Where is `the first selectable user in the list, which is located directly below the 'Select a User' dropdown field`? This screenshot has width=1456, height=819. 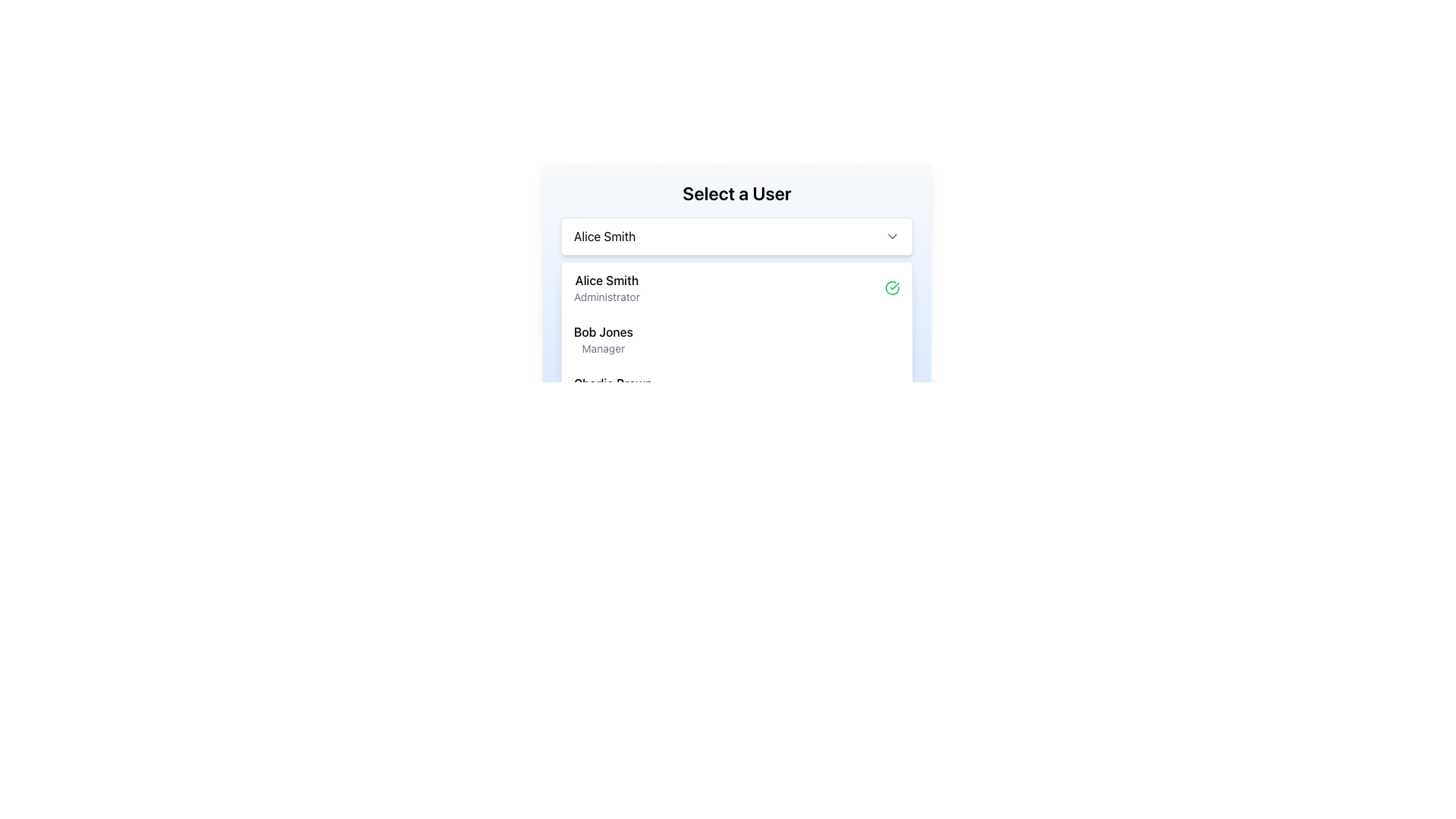 the first selectable user in the list, which is located directly below the 'Select a User' dropdown field is located at coordinates (736, 288).